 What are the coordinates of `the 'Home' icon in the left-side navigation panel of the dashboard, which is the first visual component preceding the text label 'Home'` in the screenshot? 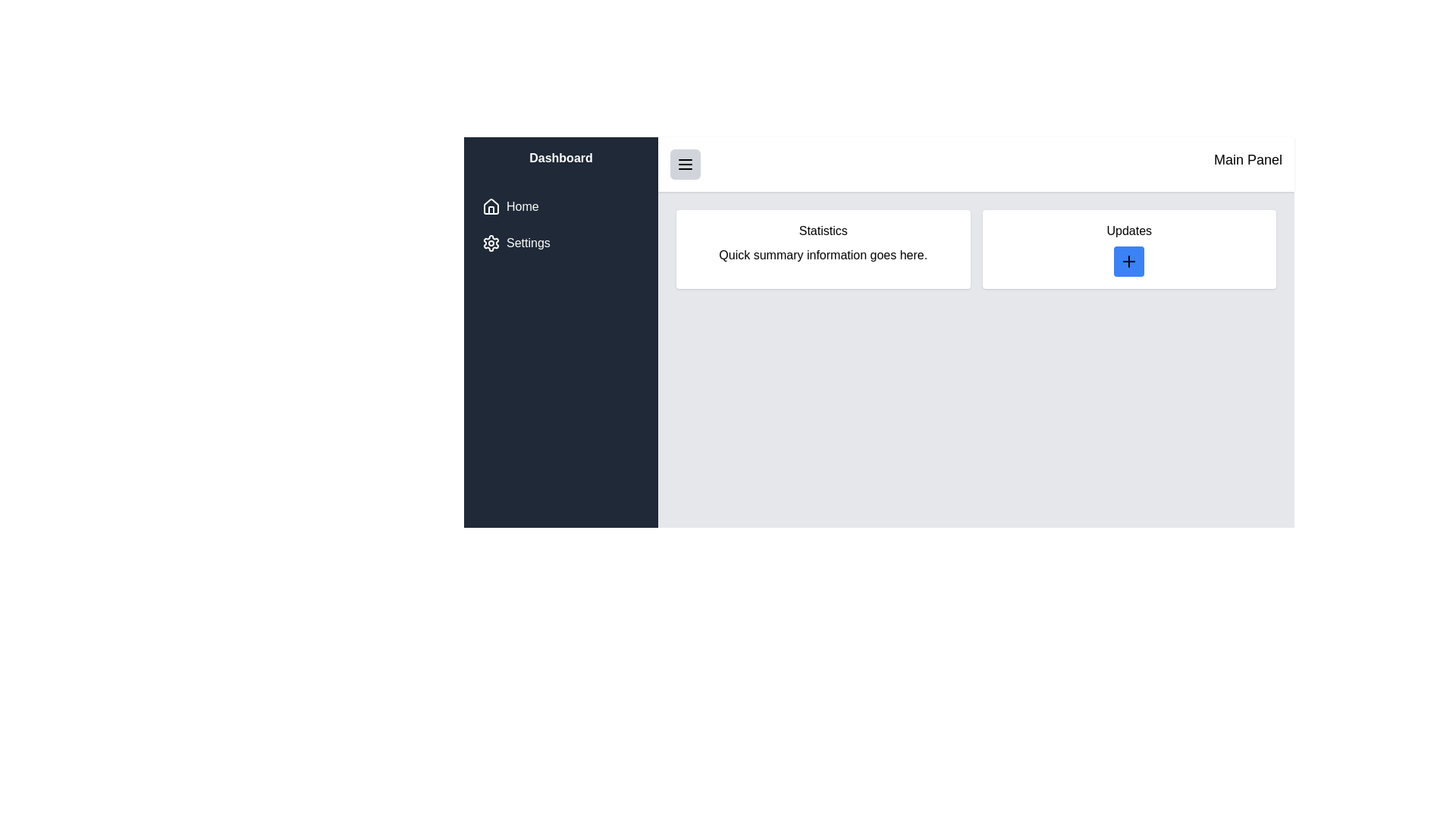 It's located at (491, 207).